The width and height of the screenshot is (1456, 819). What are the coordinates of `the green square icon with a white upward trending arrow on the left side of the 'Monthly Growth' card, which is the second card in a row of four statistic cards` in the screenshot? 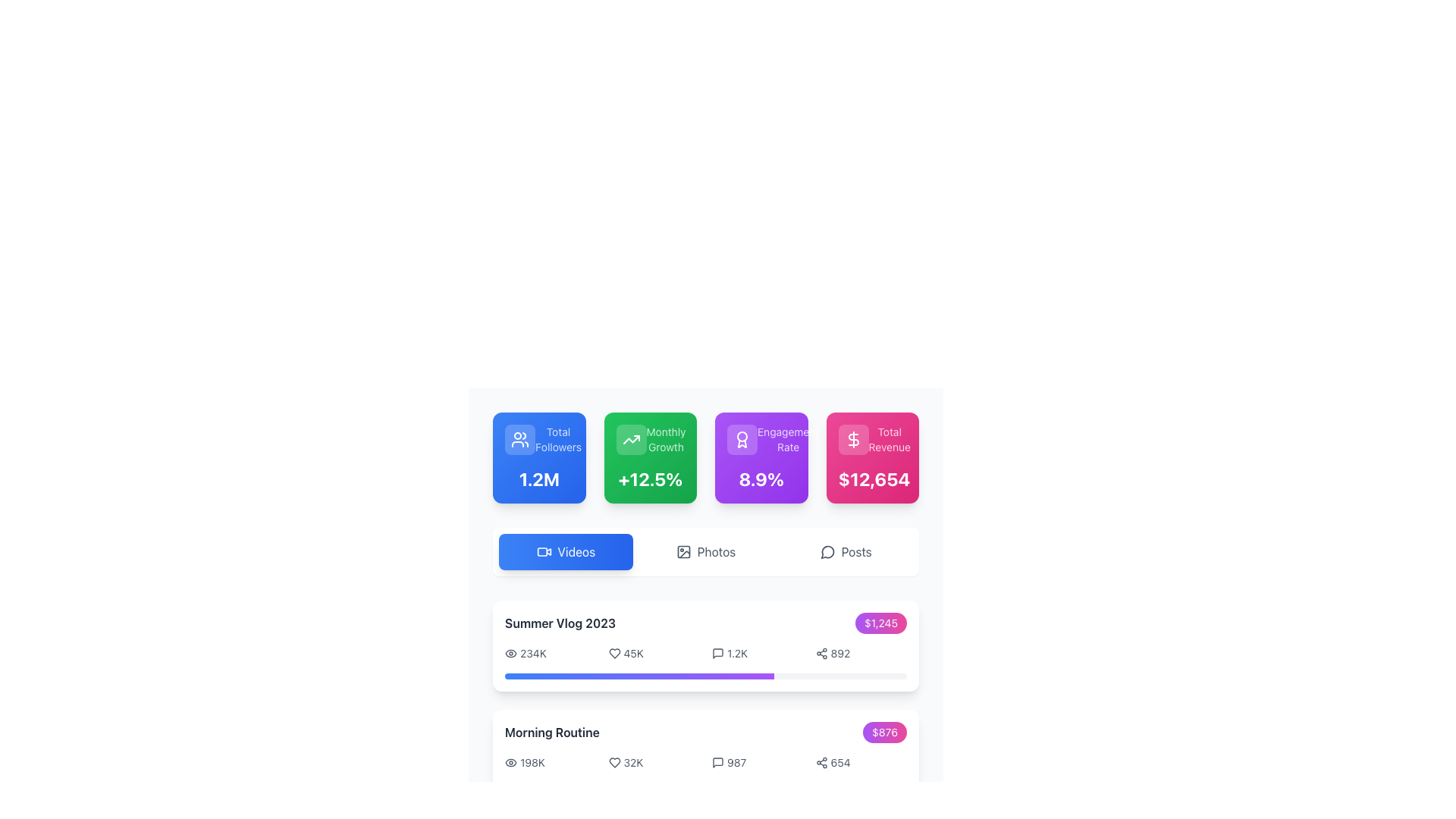 It's located at (631, 439).